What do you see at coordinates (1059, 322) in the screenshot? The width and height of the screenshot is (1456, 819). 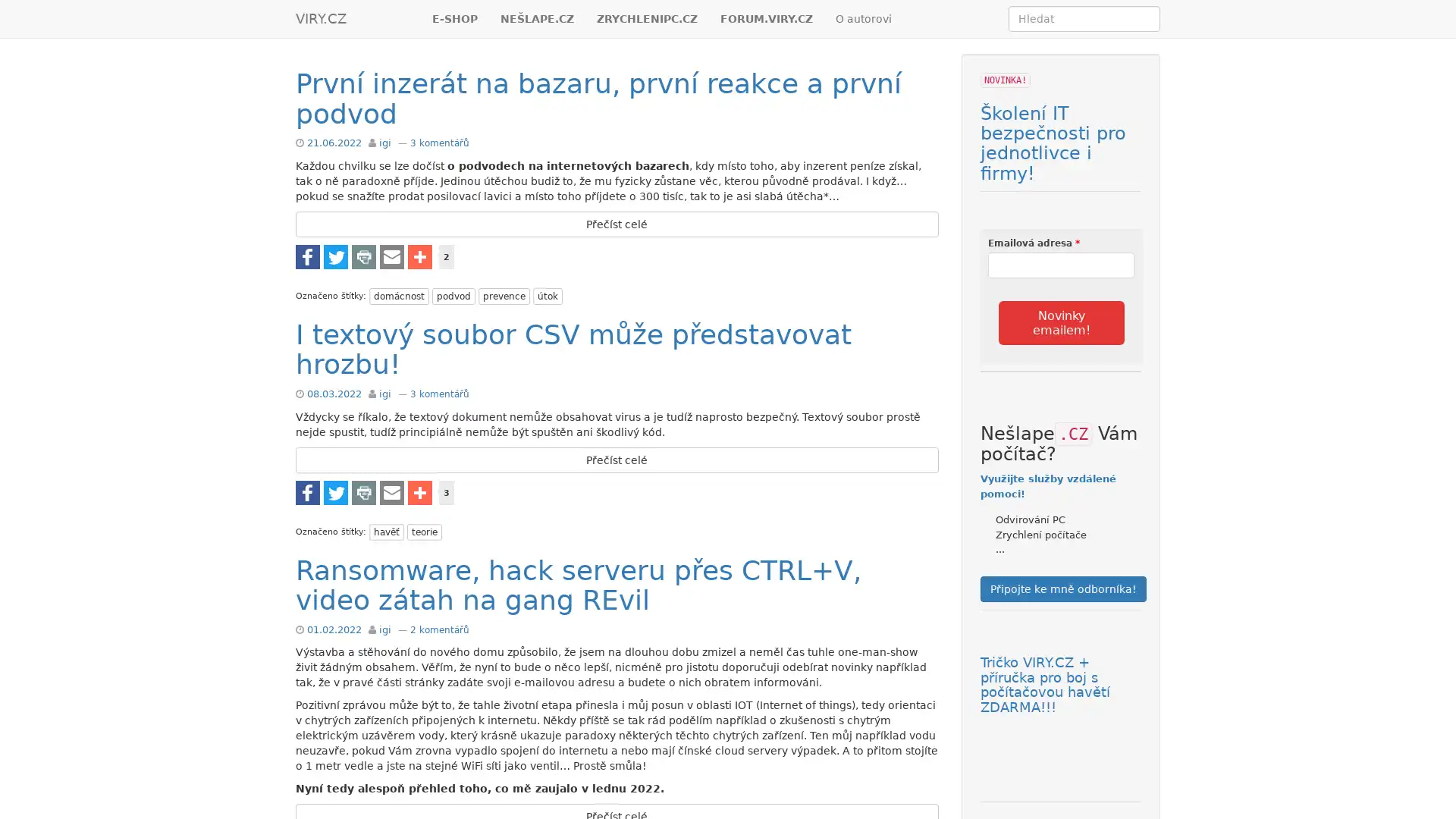 I see `Novinky emailem!` at bounding box center [1059, 322].